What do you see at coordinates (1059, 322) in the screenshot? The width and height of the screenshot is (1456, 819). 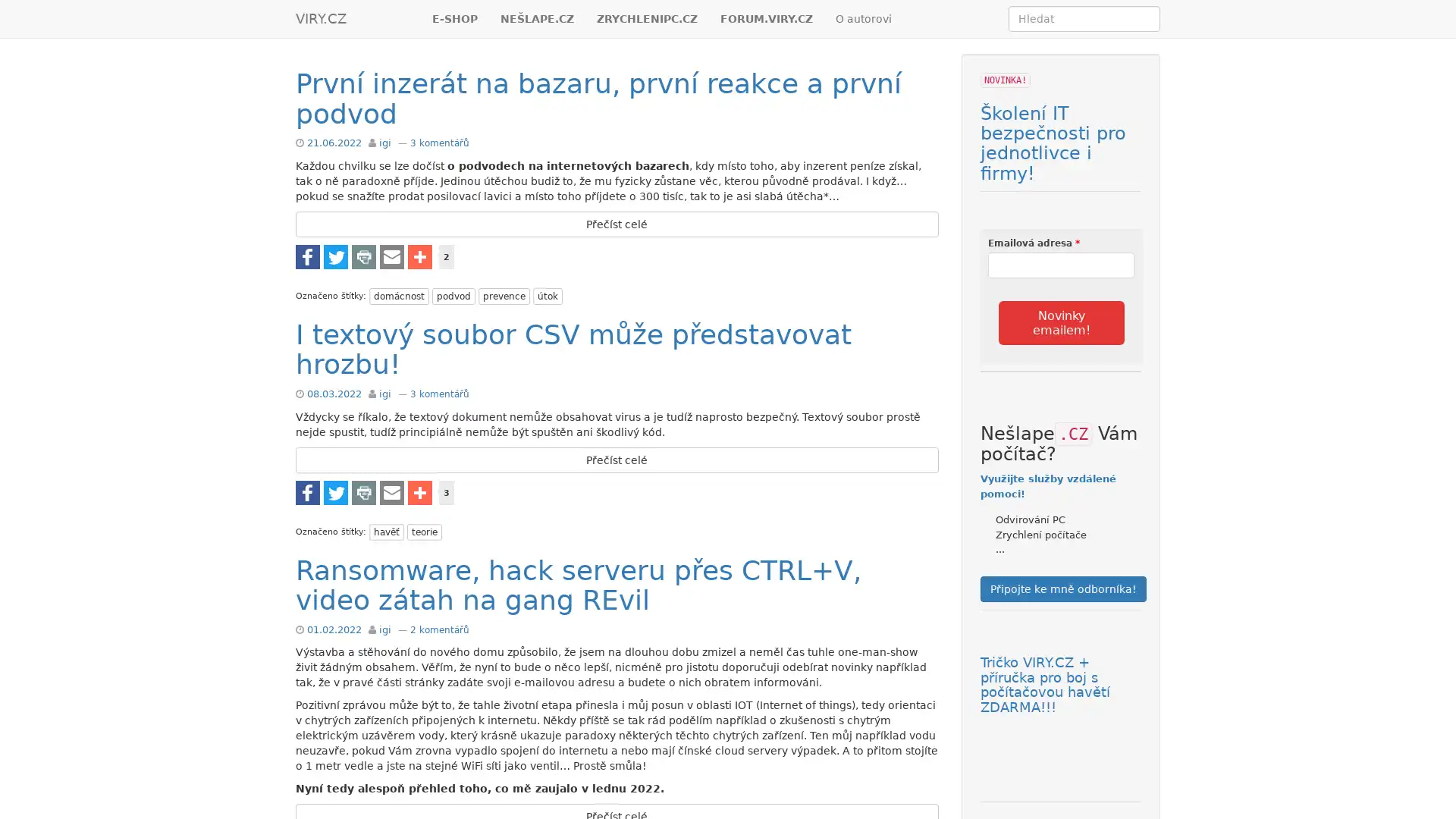 I see `Novinky emailem!` at bounding box center [1059, 322].